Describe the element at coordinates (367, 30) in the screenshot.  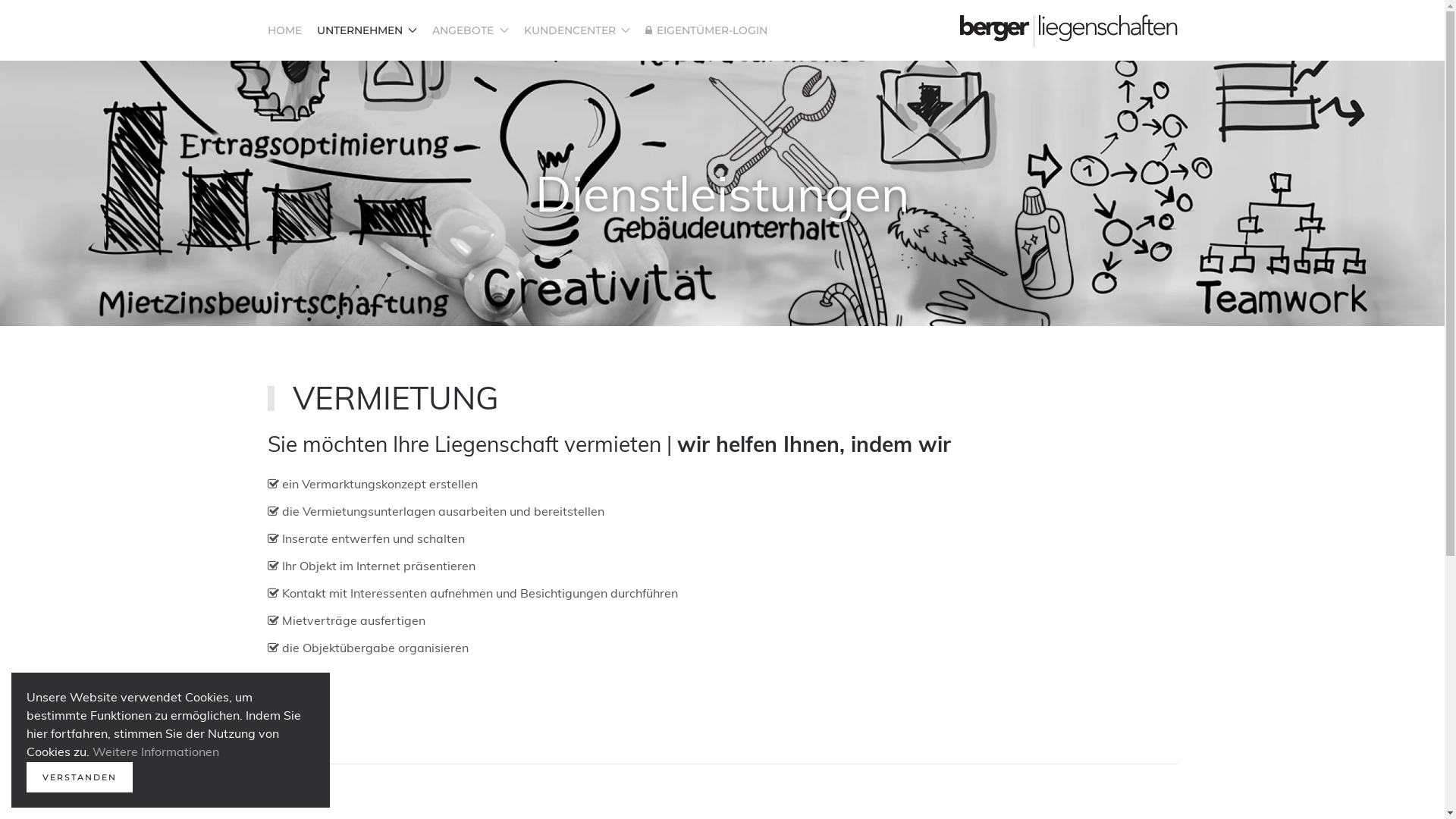
I see `'UNTERNEHMEN'` at that location.